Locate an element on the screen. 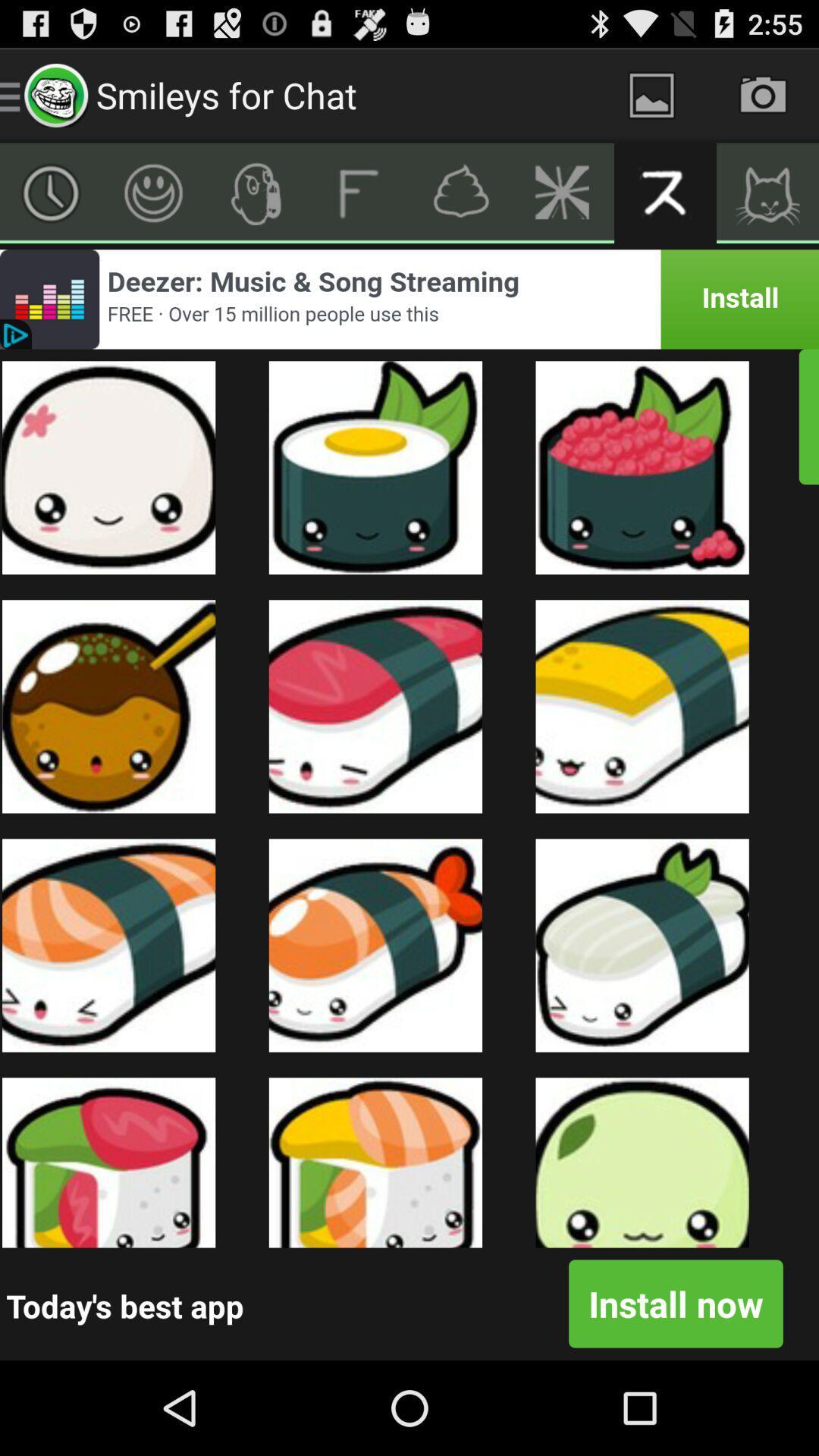 Image resolution: width=819 pixels, height=1456 pixels. advert is located at coordinates (409, 299).